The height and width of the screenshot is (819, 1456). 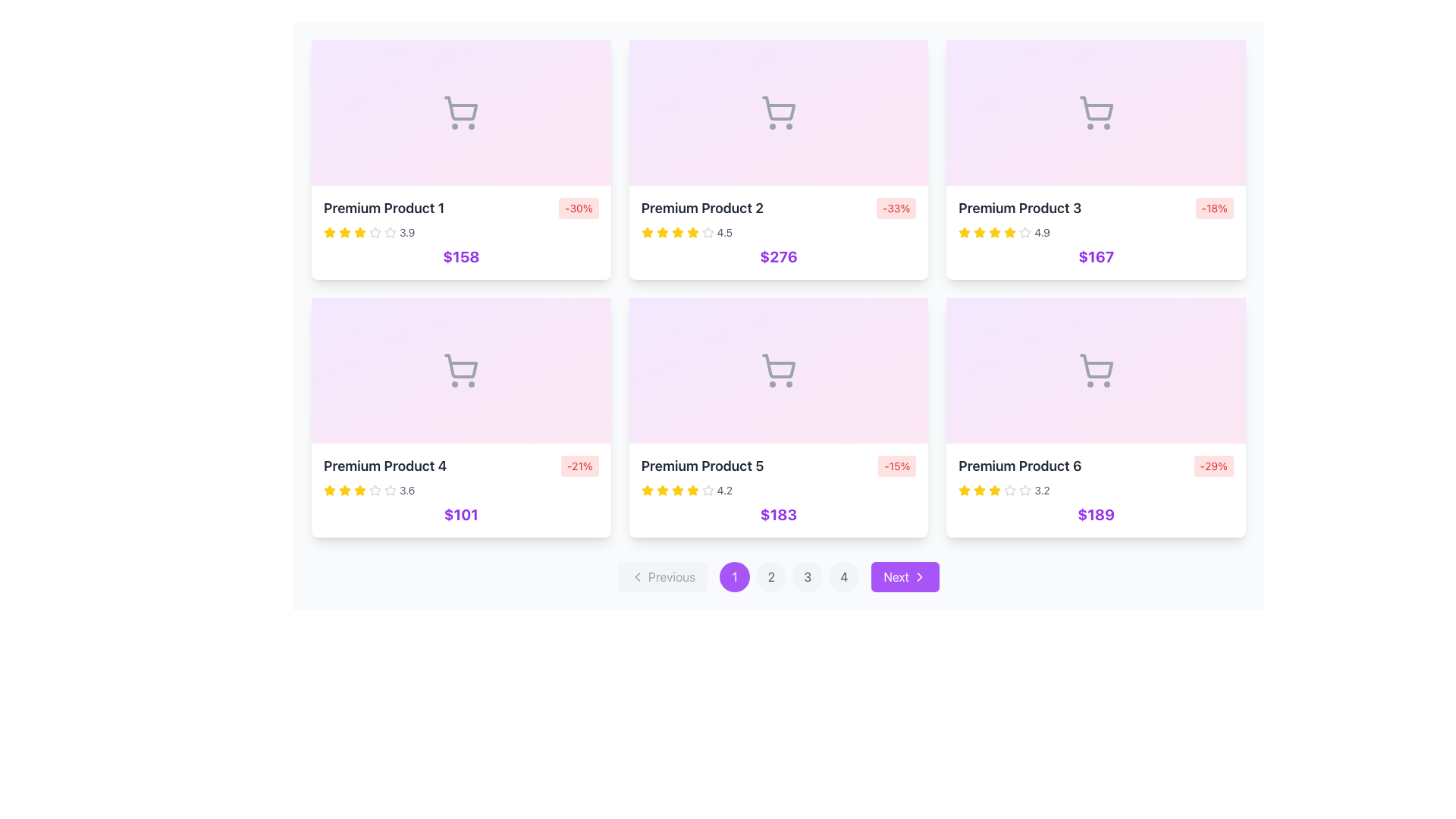 I want to click on the fourth star icon in the rating bar for 'Premium Product 6', which is styled in yellow and represents a filled star, so click(x=995, y=491).